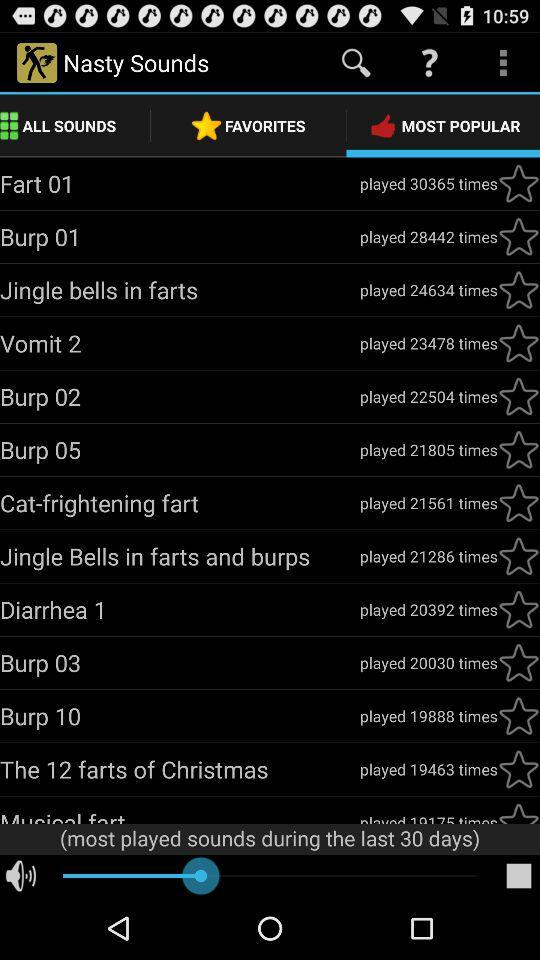 The image size is (540, 960). What do you see at coordinates (518, 812) in the screenshot?
I see `click for favorite` at bounding box center [518, 812].